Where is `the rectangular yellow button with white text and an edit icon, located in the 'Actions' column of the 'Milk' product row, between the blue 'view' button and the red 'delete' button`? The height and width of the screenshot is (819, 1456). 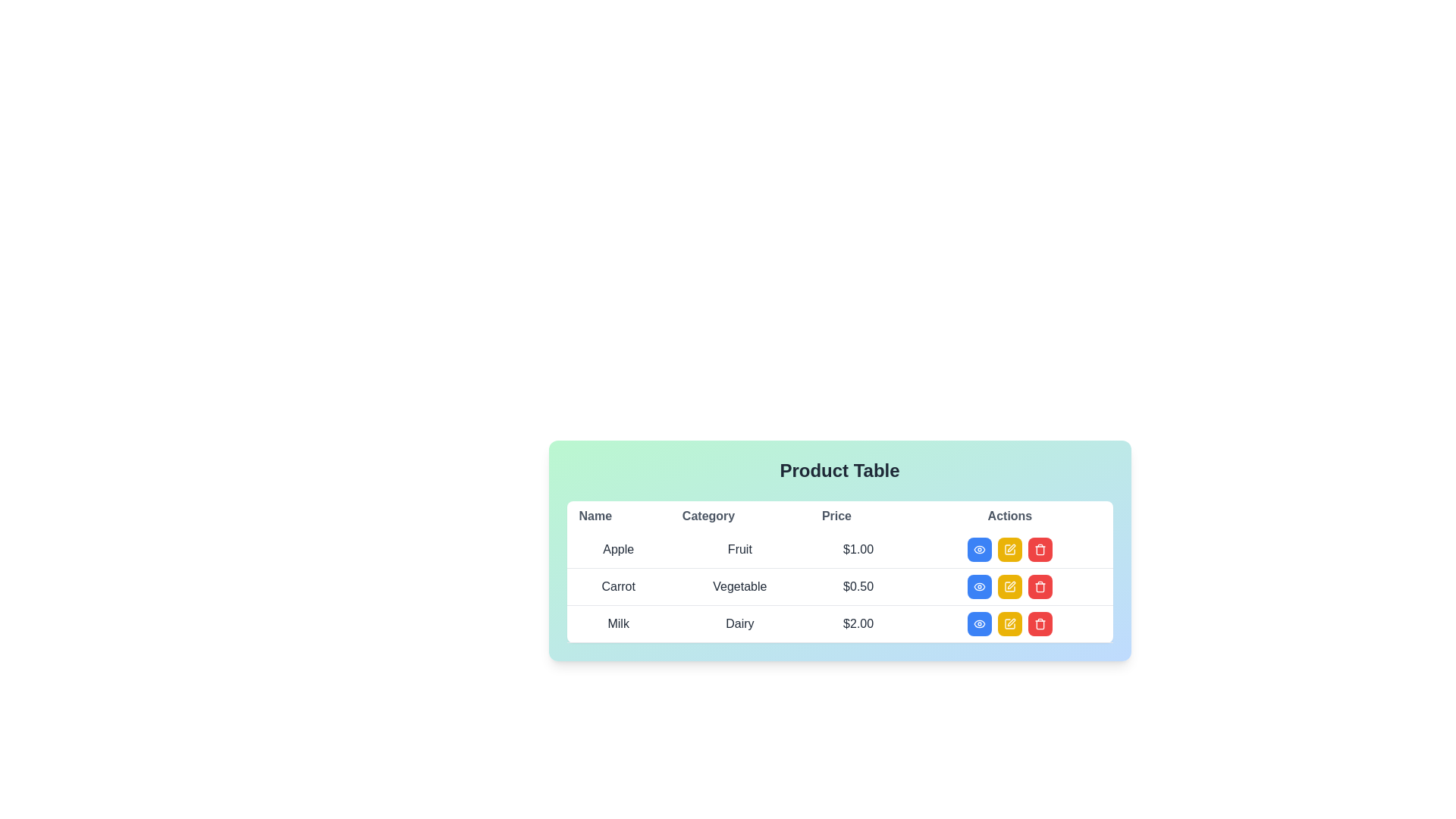
the rectangular yellow button with white text and an edit icon, located in the 'Actions' column of the 'Milk' product row, between the blue 'view' button and the red 'delete' button is located at coordinates (1009, 623).